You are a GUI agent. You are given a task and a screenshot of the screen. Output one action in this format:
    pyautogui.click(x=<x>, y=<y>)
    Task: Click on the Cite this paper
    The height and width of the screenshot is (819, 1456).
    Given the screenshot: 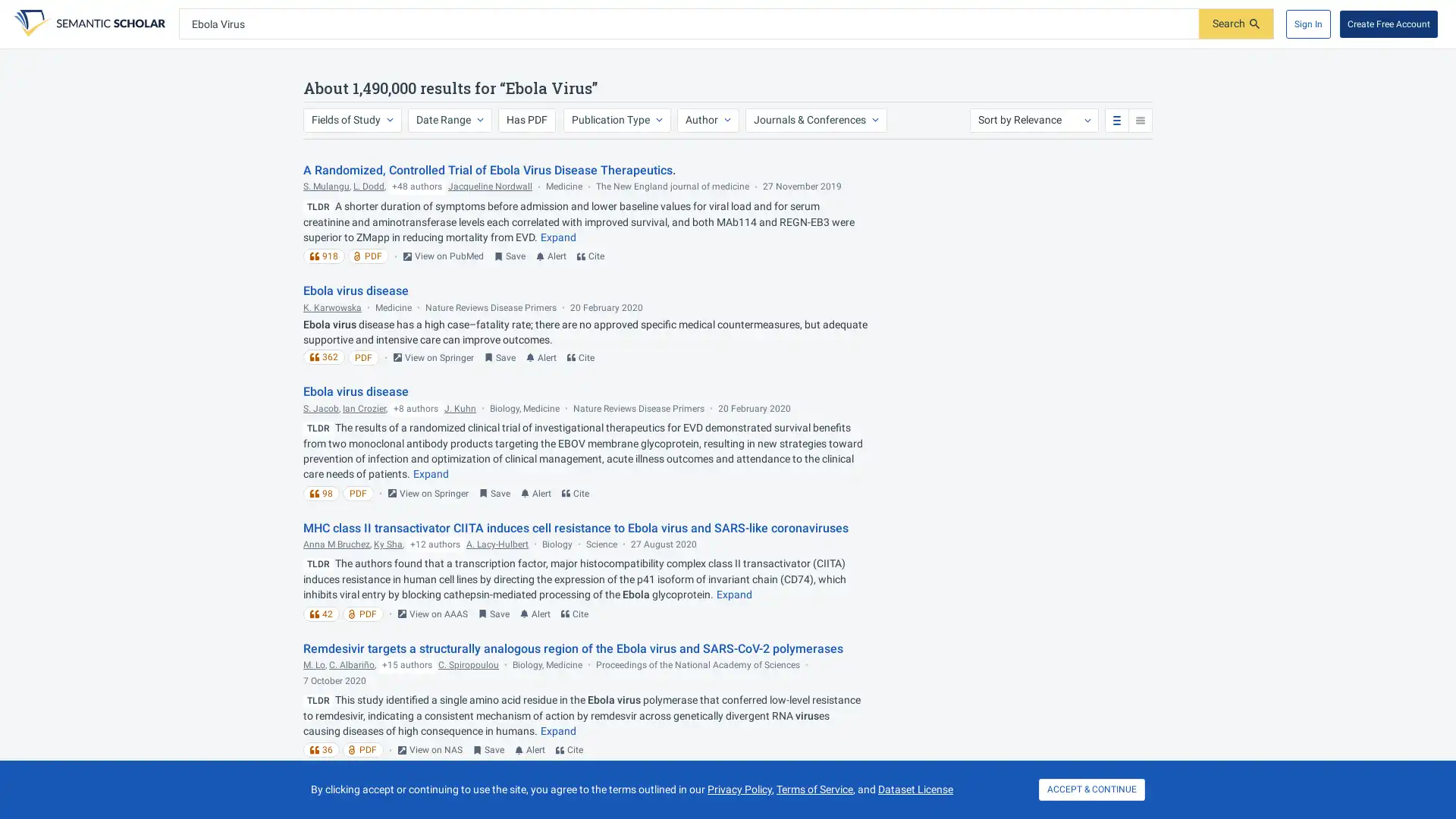 What is the action you would take?
    pyautogui.click(x=580, y=357)
    